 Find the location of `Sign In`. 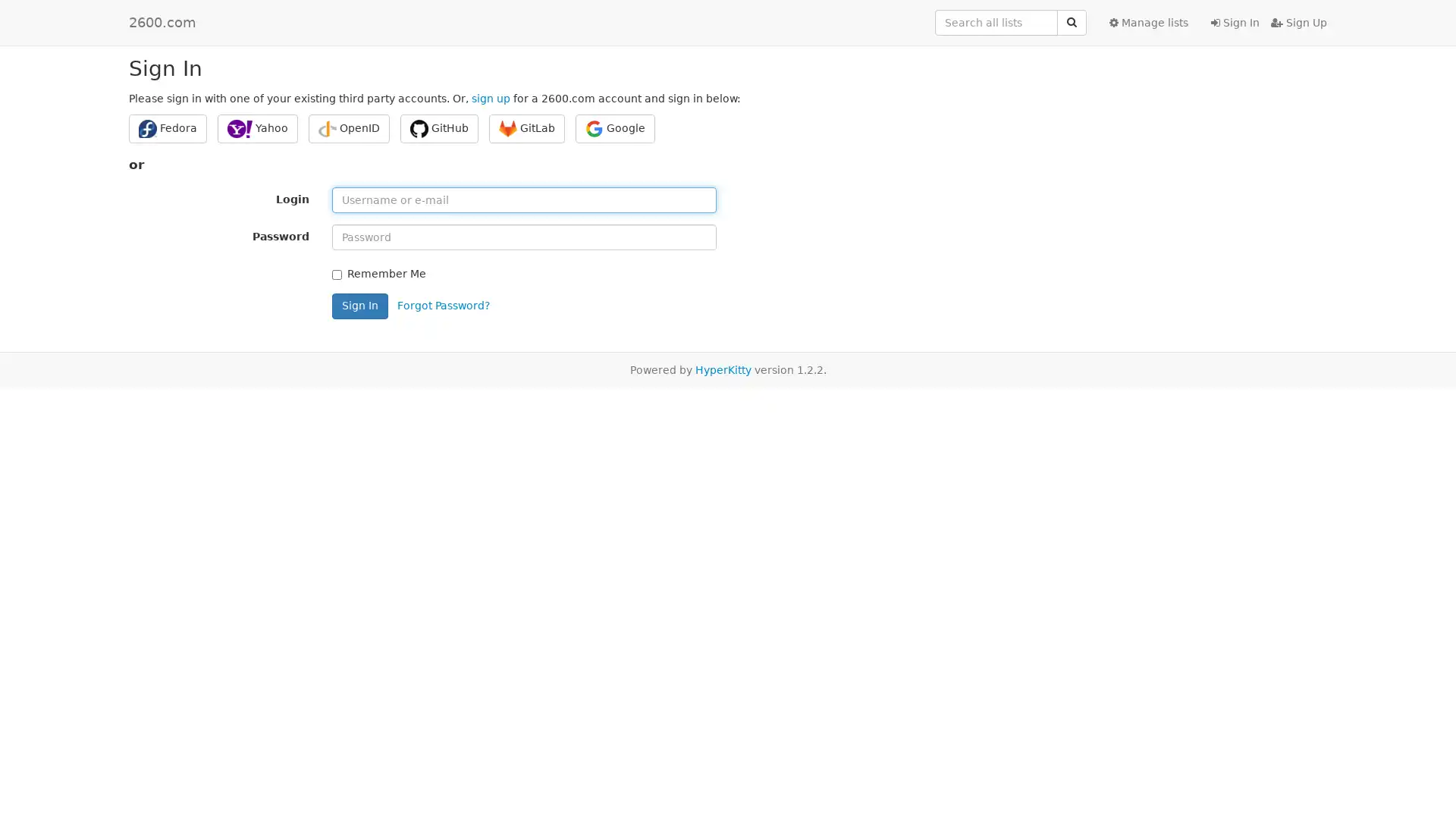

Sign In is located at coordinates (359, 305).